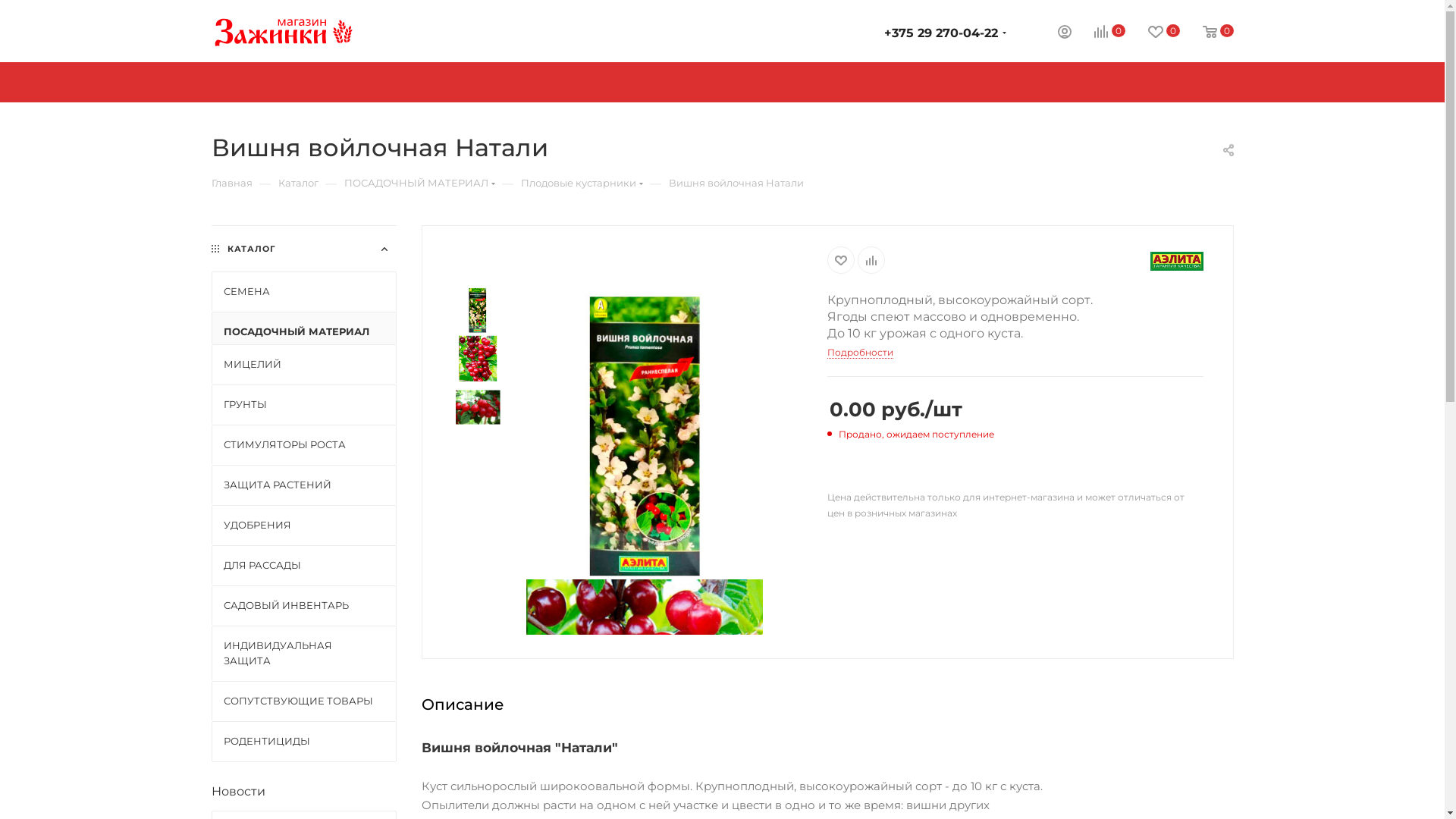 Image resolution: width=1456 pixels, height=819 pixels. I want to click on 'zazhinki.by', so click(283, 31).